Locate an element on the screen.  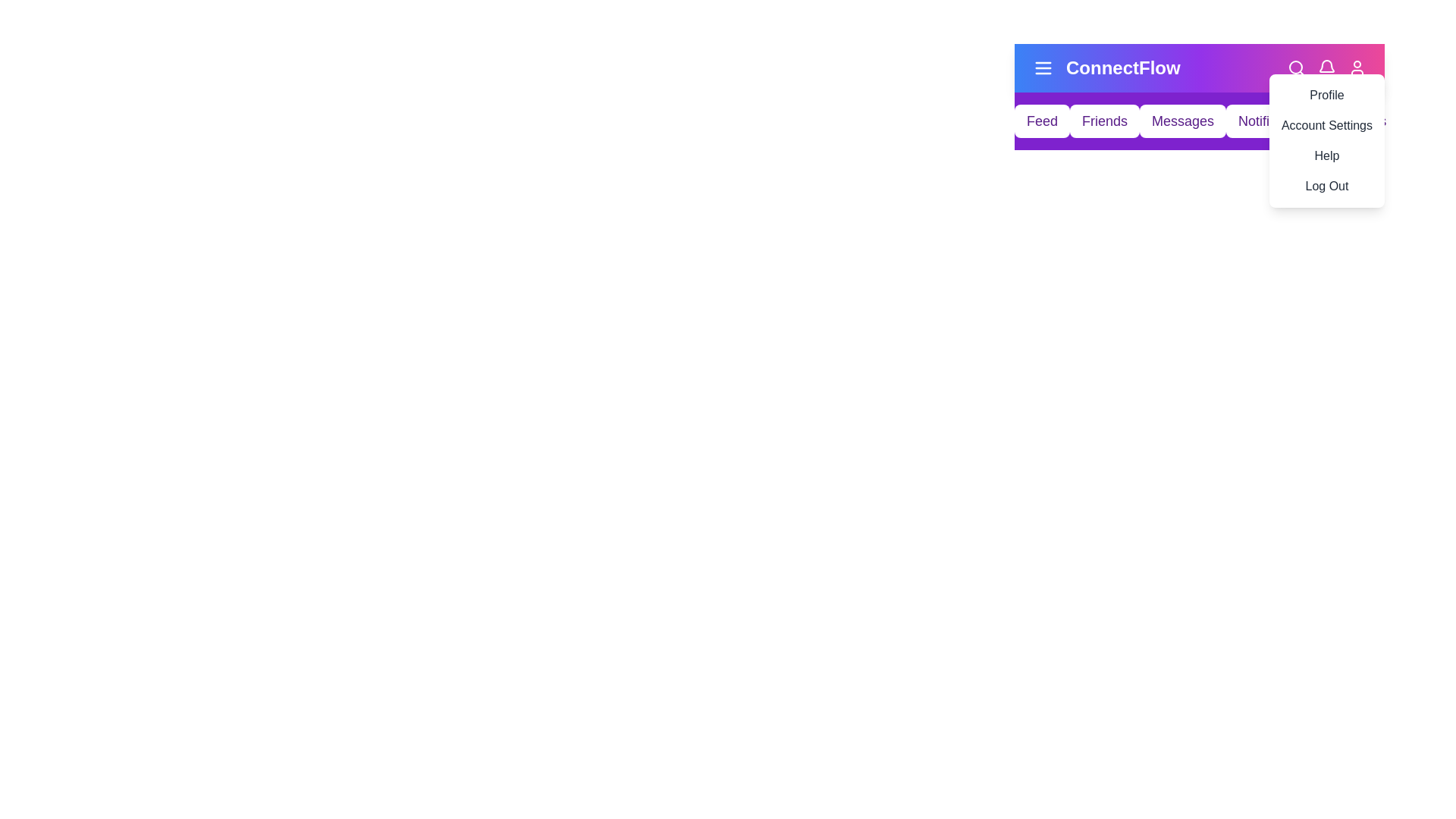
the navigation menu item labeled Friends to navigate to the respective section is located at coordinates (1105, 120).